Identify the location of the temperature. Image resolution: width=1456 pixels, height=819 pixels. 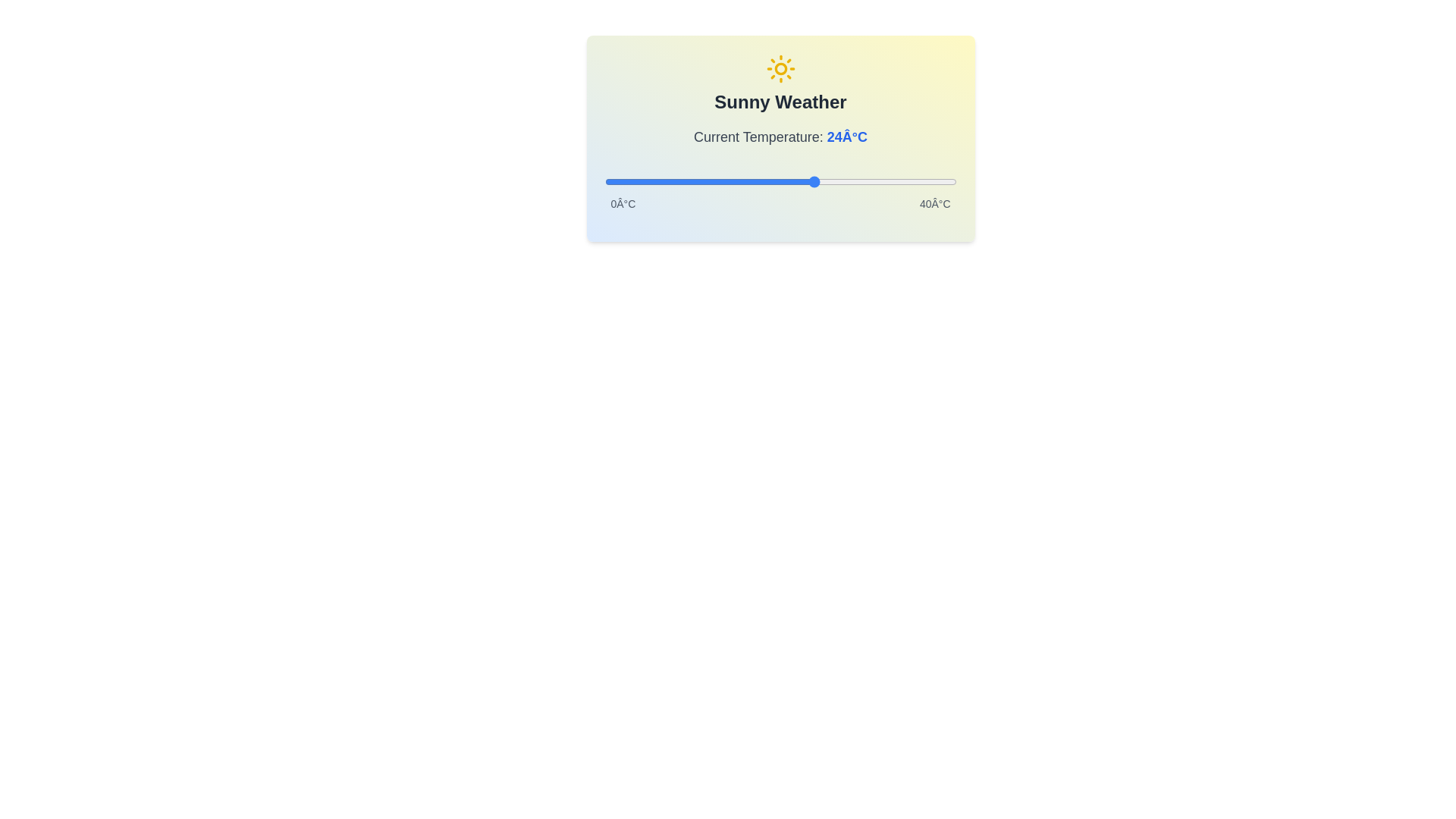
(912, 180).